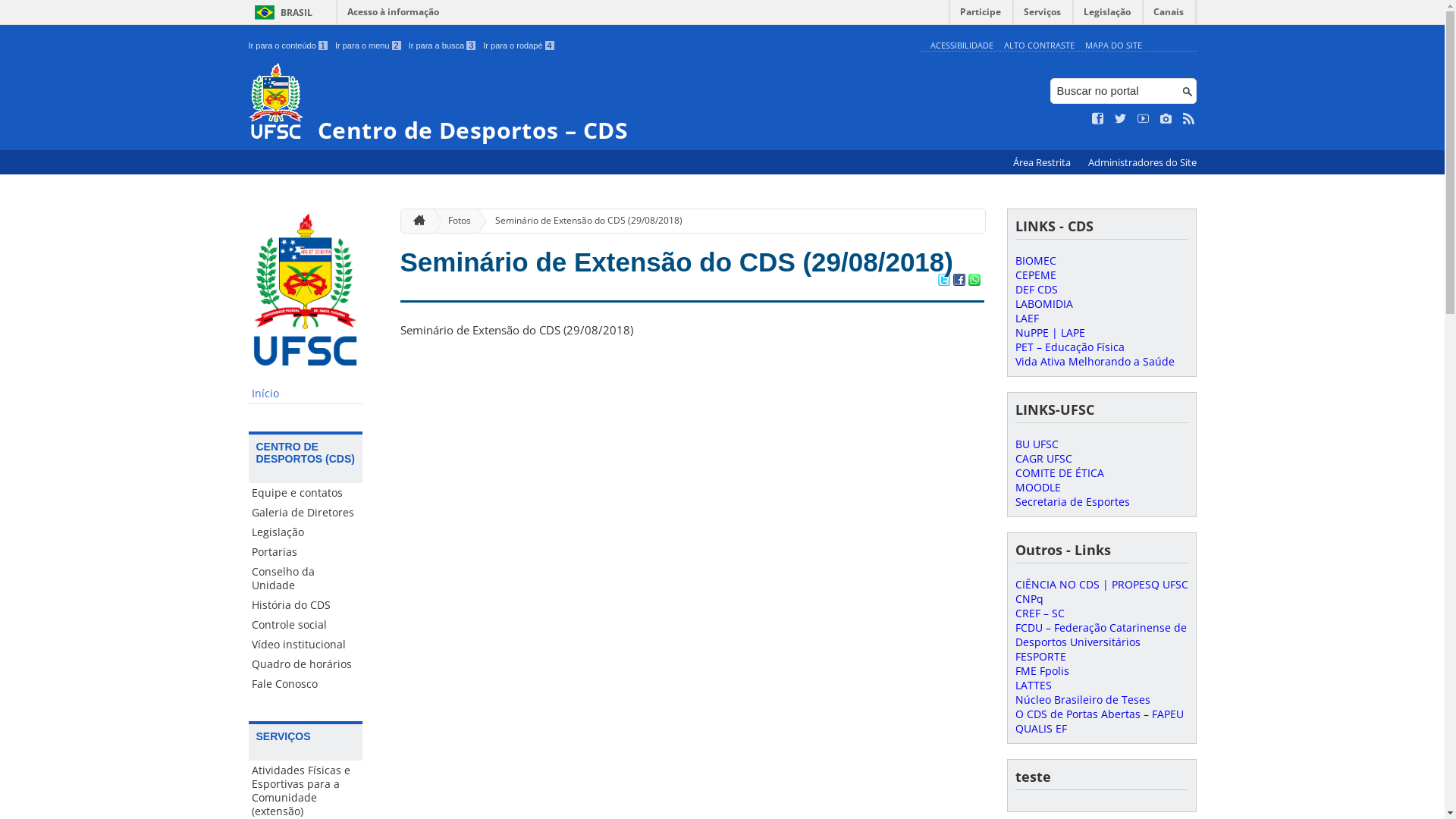  I want to click on 'CEPEME', so click(1034, 275).